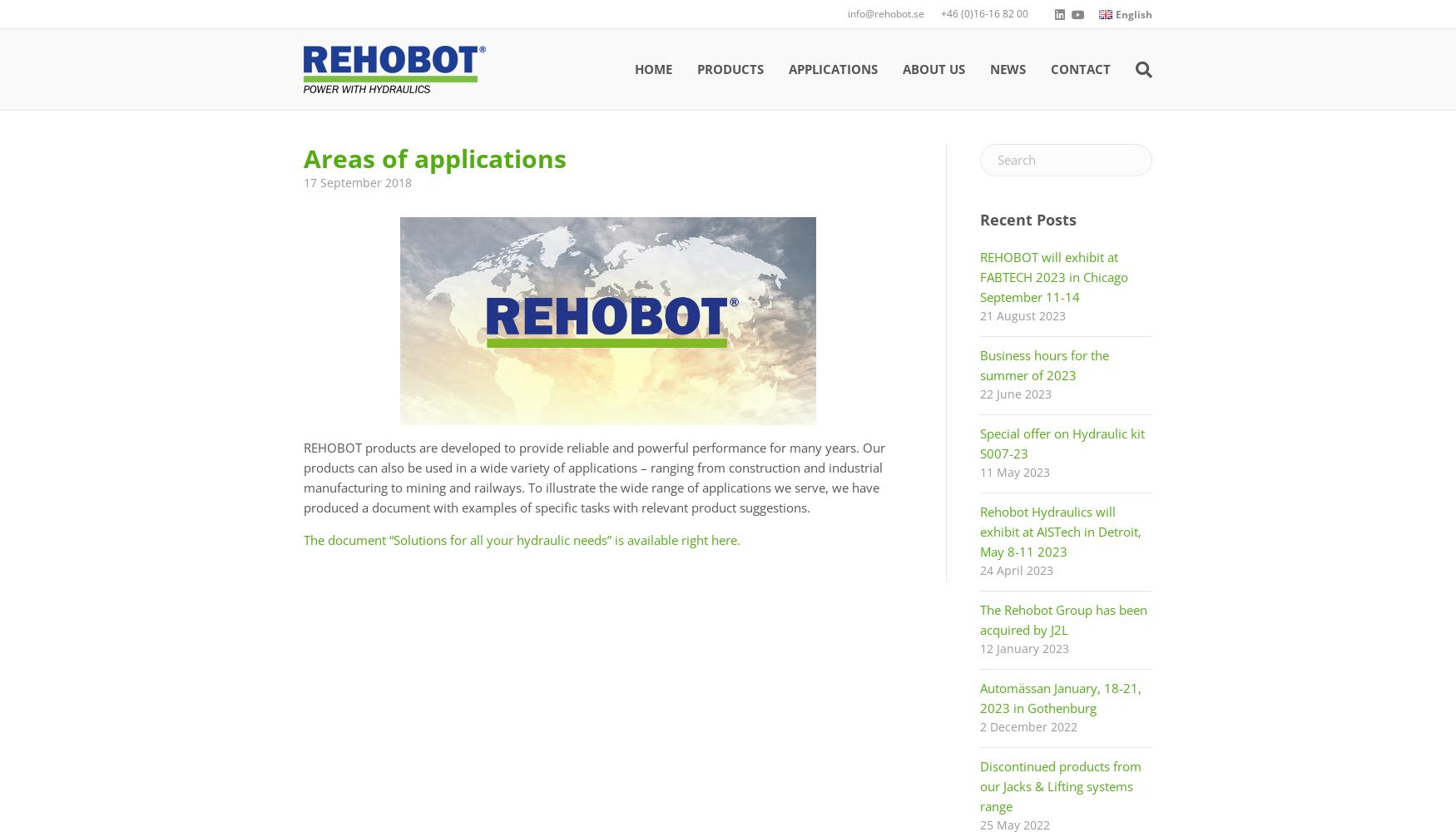  Describe the element at coordinates (1027, 220) in the screenshot. I see `'Recent Posts'` at that location.